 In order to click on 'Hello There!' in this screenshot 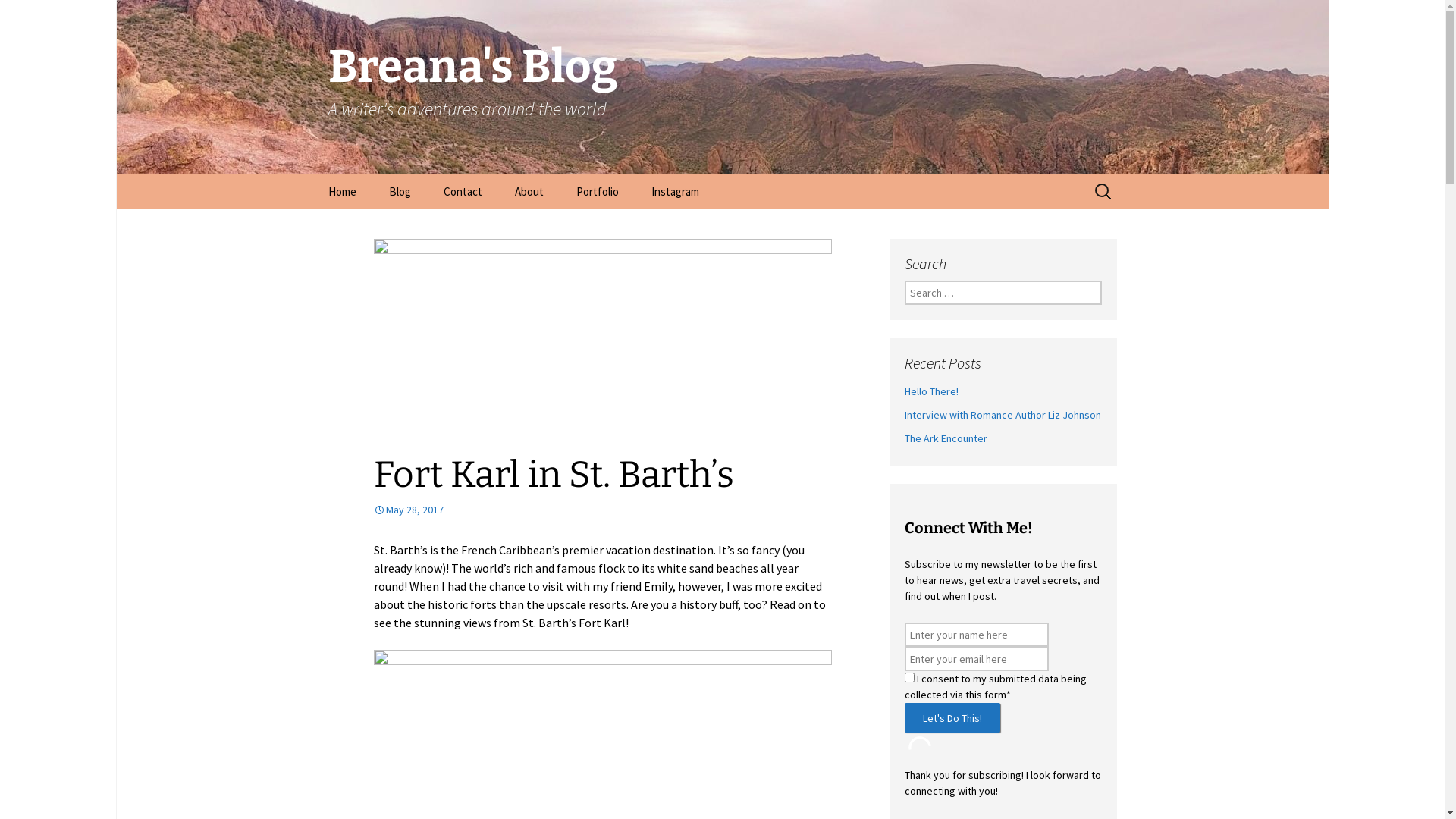, I will do `click(930, 391)`.